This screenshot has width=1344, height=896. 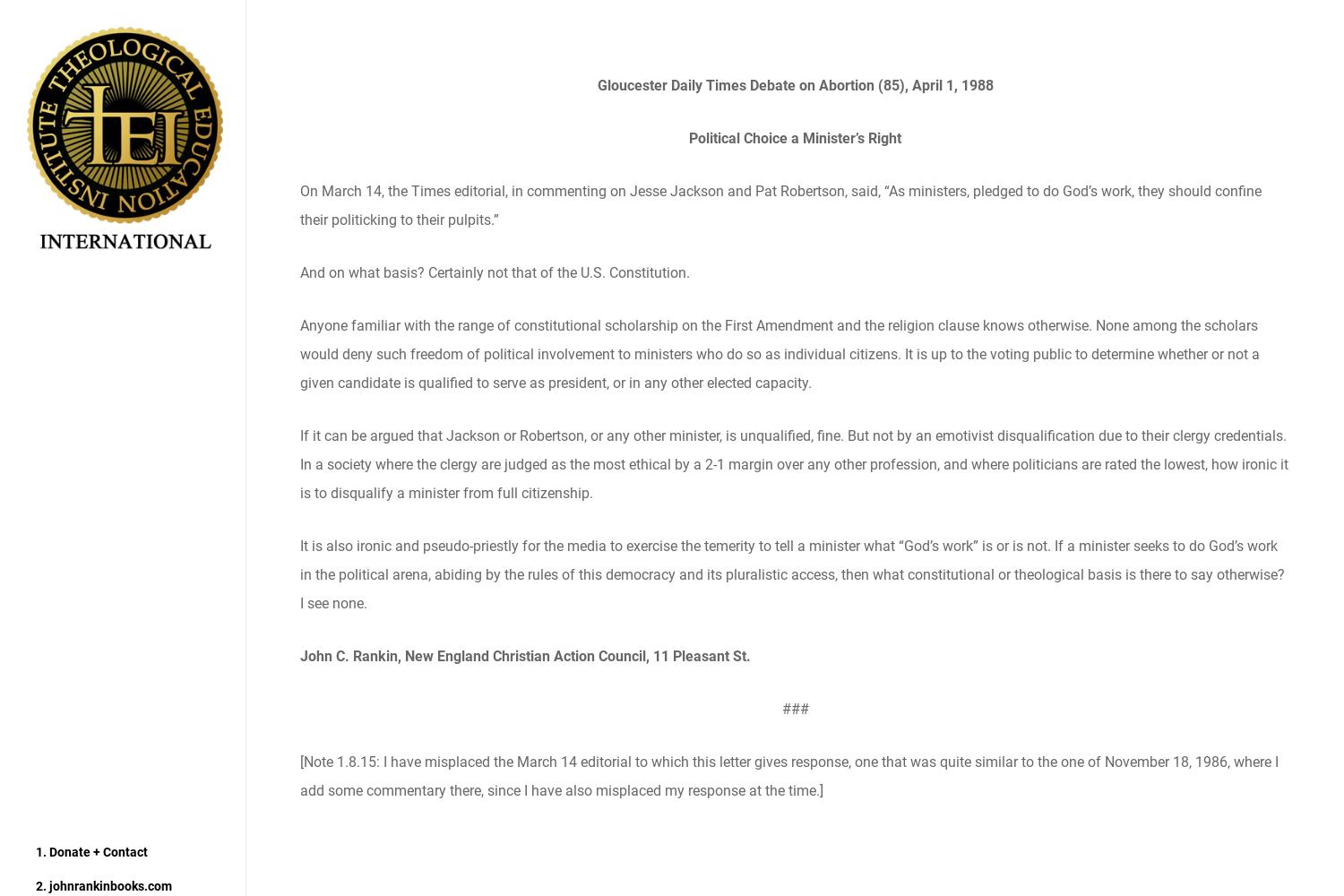 What do you see at coordinates (298, 574) in the screenshot?
I see `'It is also ironic and pseudo-priestly for the media to exercise the temerity to tell a minister what “God’s work” is or is not. If a minister seeks to do God’s work in the political arena, abiding by the rules of this democracy and its pluralistic access, then what constitutional or theological basis is there to say otherwise? I see none.'` at bounding box center [298, 574].